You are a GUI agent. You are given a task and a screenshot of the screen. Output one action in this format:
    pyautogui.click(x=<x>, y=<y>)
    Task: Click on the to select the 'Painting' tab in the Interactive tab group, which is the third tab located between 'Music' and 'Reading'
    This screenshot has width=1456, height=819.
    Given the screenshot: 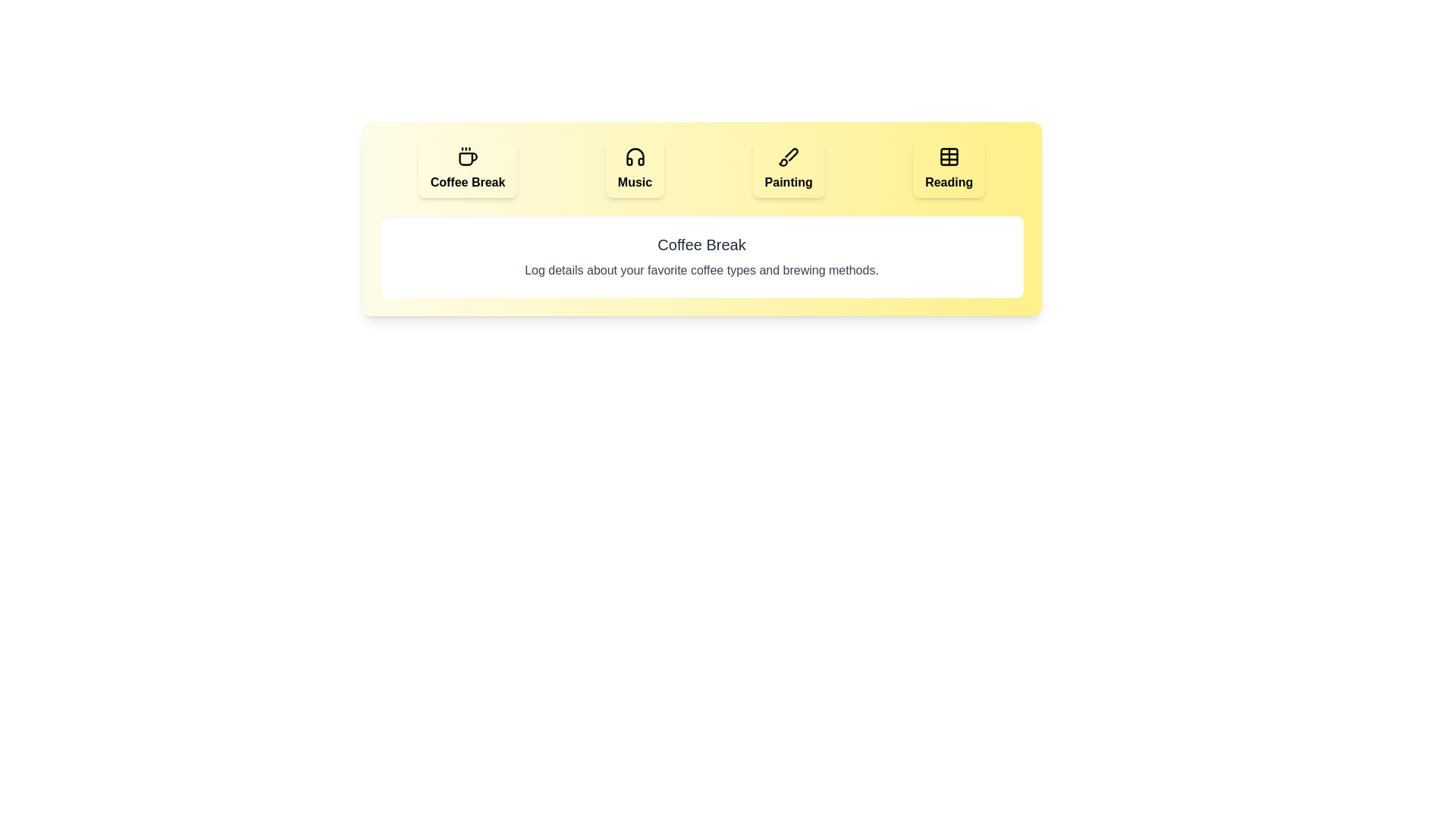 What is the action you would take?
    pyautogui.click(x=789, y=169)
    